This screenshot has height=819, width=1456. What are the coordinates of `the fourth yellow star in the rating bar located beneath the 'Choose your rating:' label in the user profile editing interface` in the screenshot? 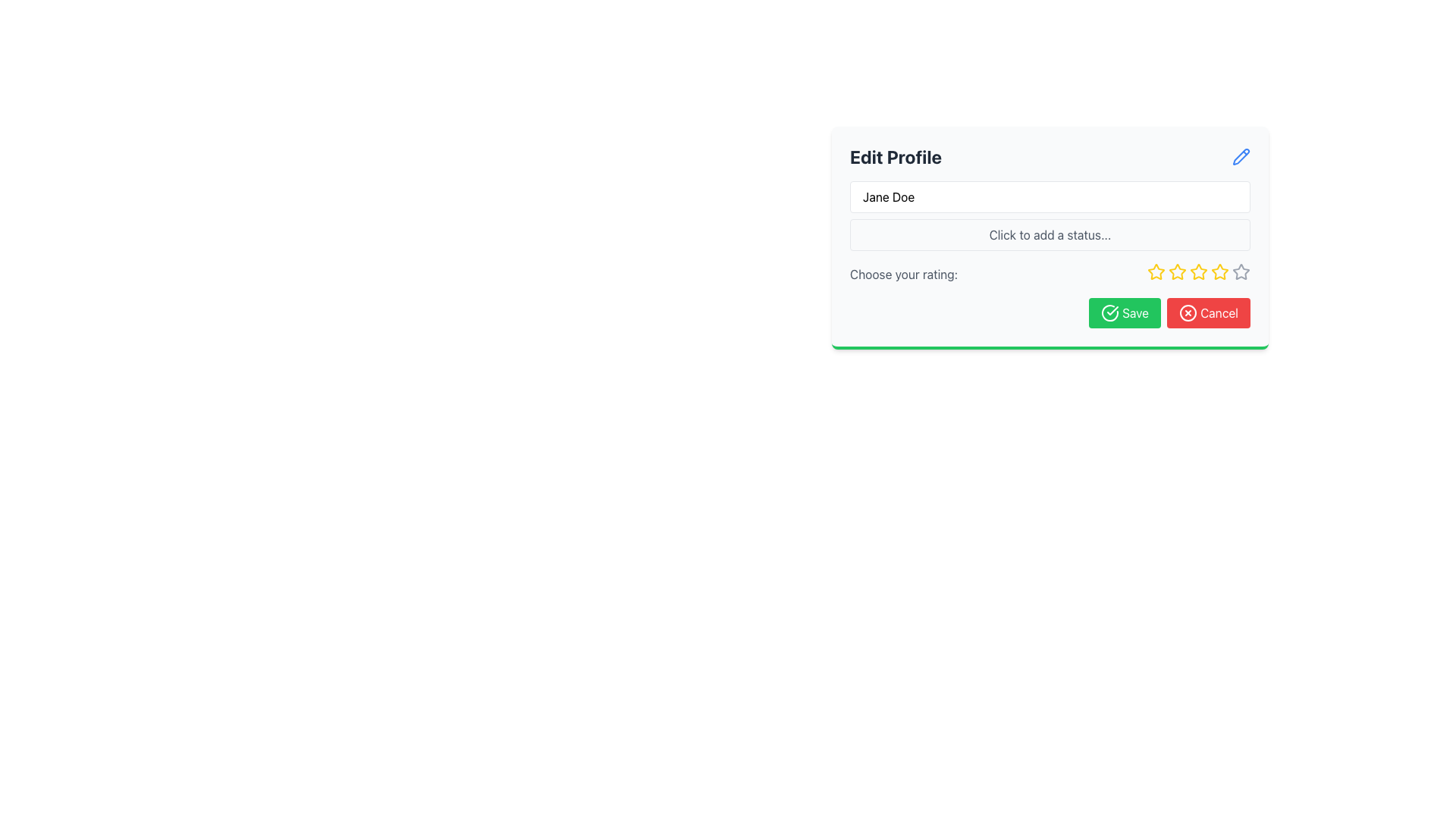 It's located at (1197, 271).